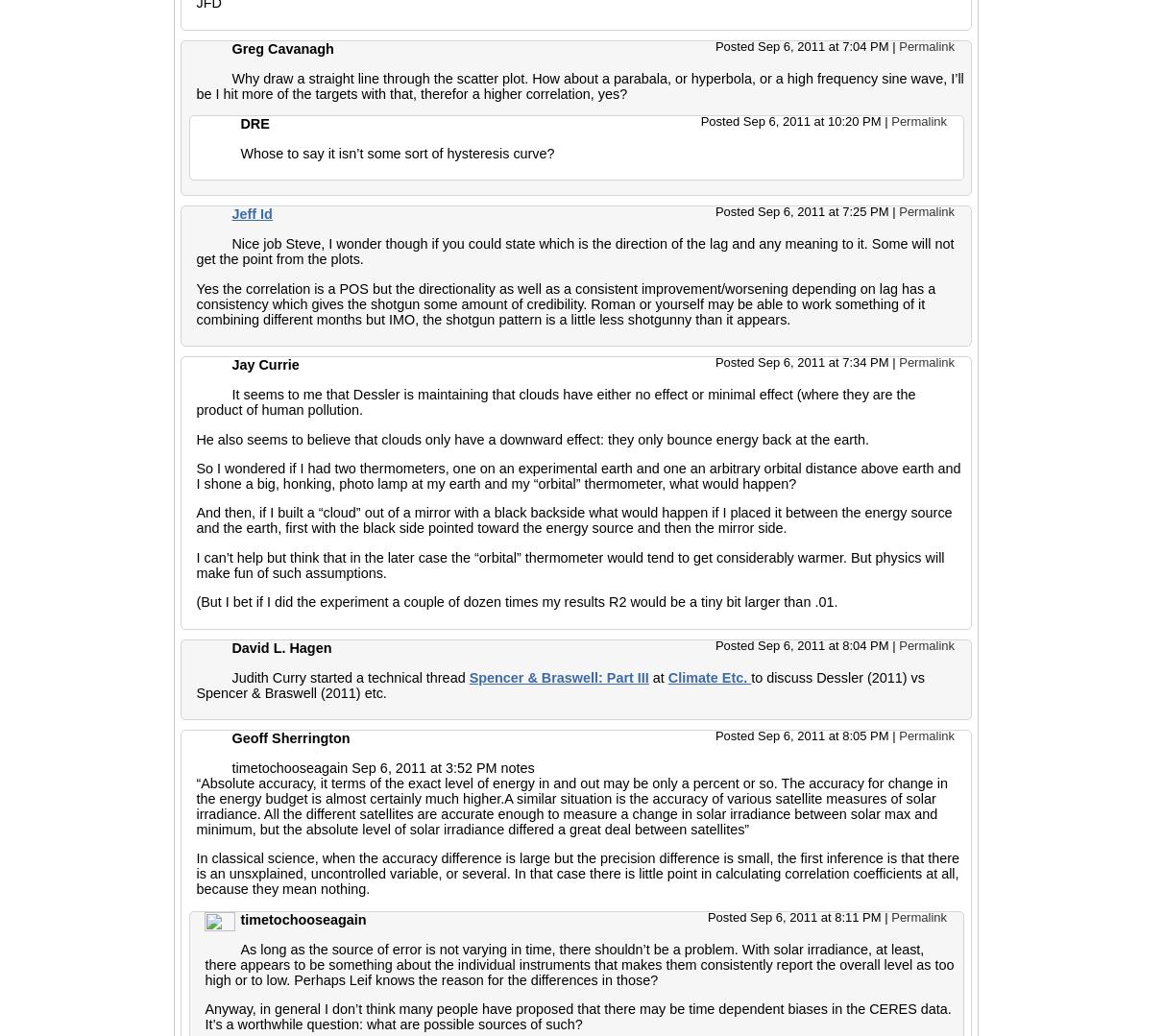 Image resolution: width=1164 pixels, height=1036 pixels. Describe the element at coordinates (290, 737) in the screenshot. I see `'Geoff Sherrington'` at that location.